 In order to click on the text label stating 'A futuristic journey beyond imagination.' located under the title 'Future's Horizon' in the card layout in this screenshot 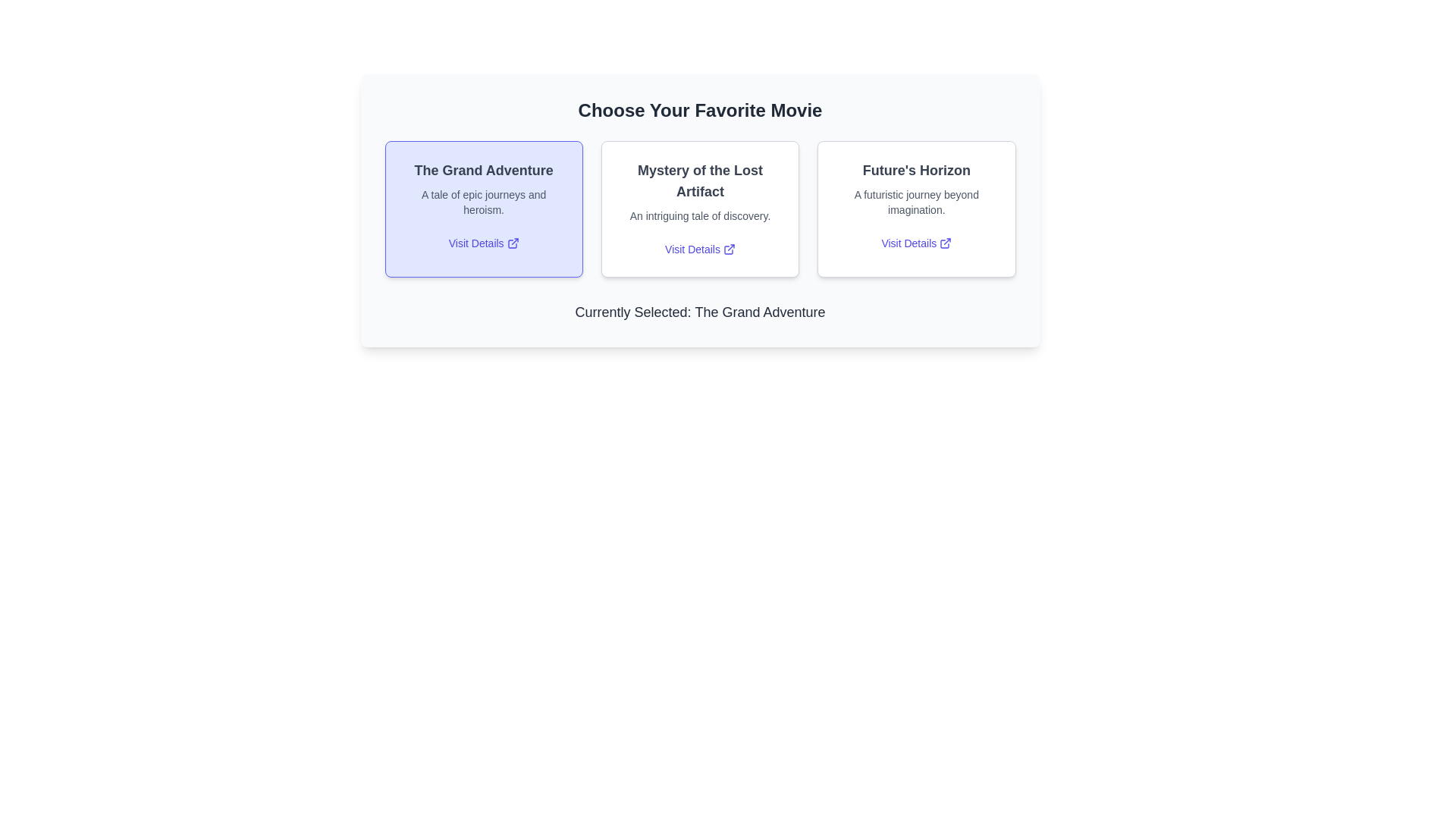, I will do `click(915, 201)`.